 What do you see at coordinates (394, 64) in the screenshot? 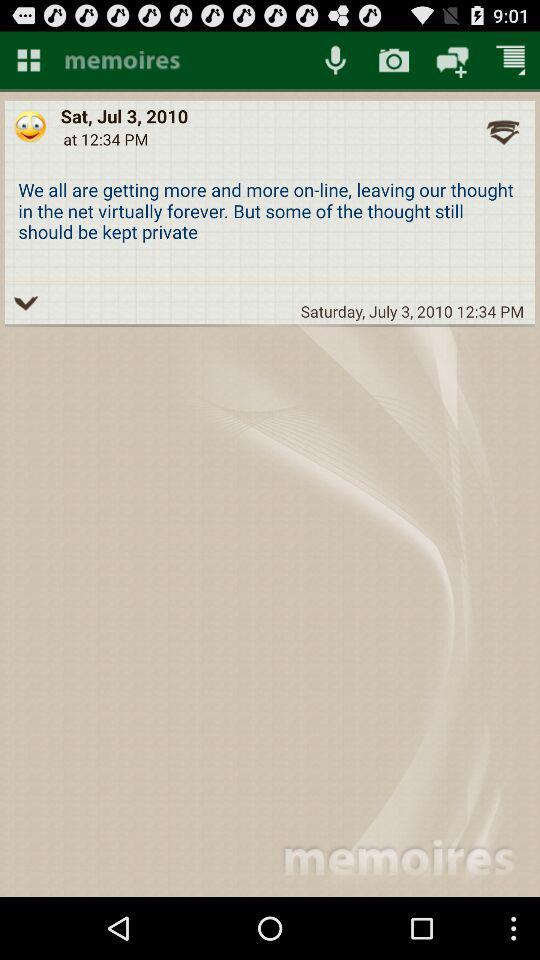
I see `the photo icon` at bounding box center [394, 64].